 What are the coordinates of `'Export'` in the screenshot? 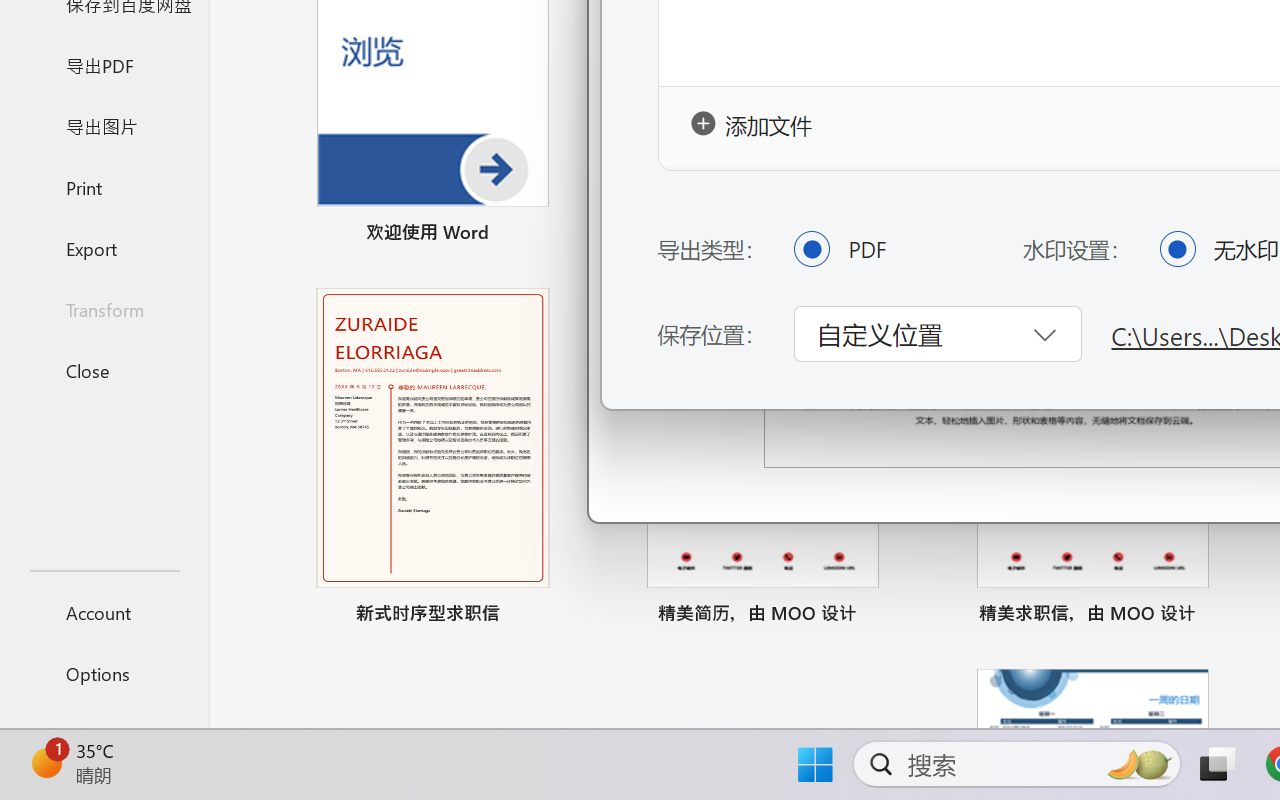 It's located at (103, 247).